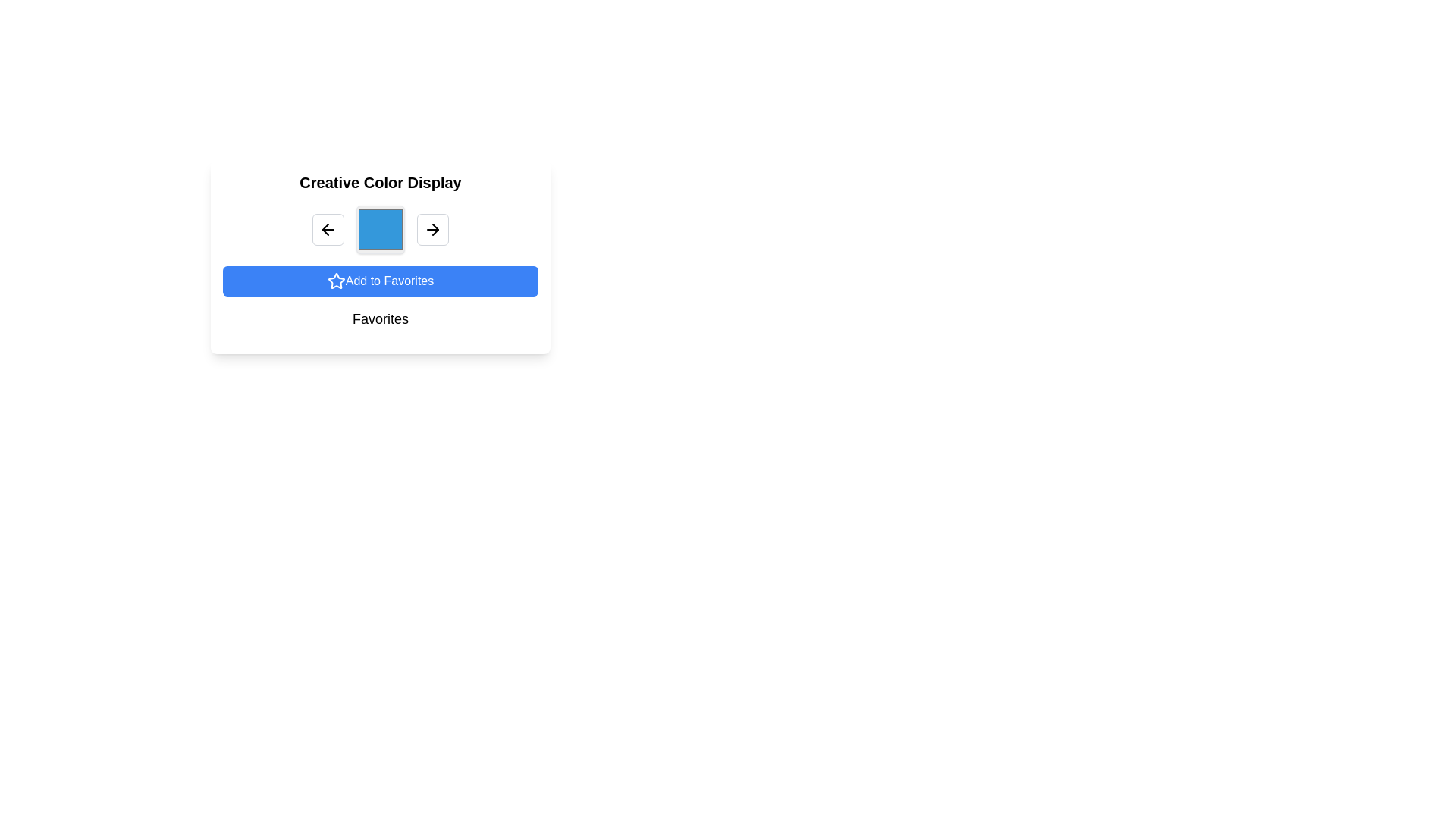 Image resolution: width=1456 pixels, height=819 pixels. What do you see at coordinates (327, 230) in the screenshot?
I see `the button located to the far left of the horizontal row of interactive elements, which features a leftward-pointing arrow` at bounding box center [327, 230].